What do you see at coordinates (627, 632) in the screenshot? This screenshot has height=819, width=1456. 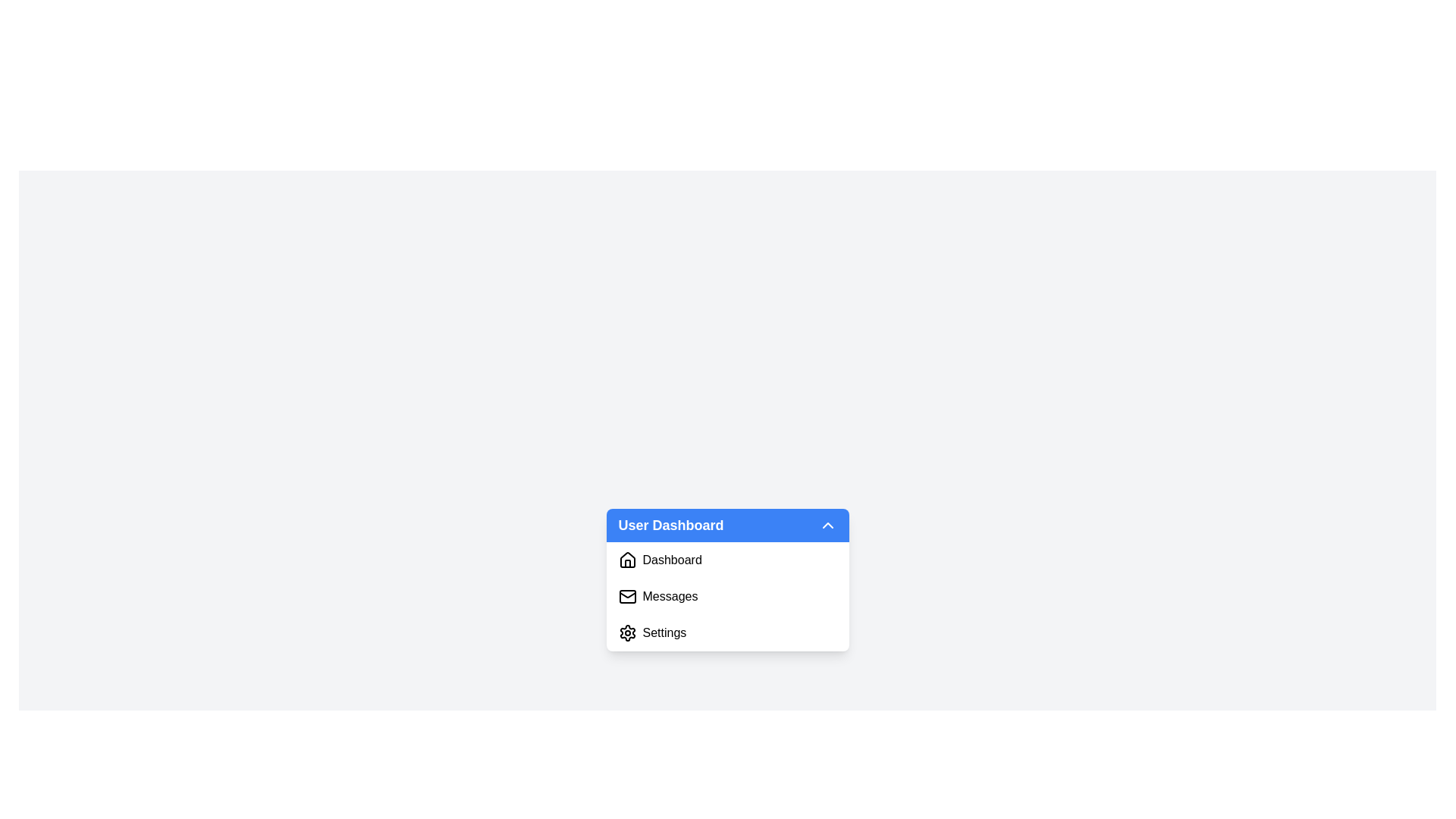 I see `the decorative 'Settings' icon that visually represents the concept of 'Settings' and is located next to the 'Settings' label in the menu` at bounding box center [627, 632].